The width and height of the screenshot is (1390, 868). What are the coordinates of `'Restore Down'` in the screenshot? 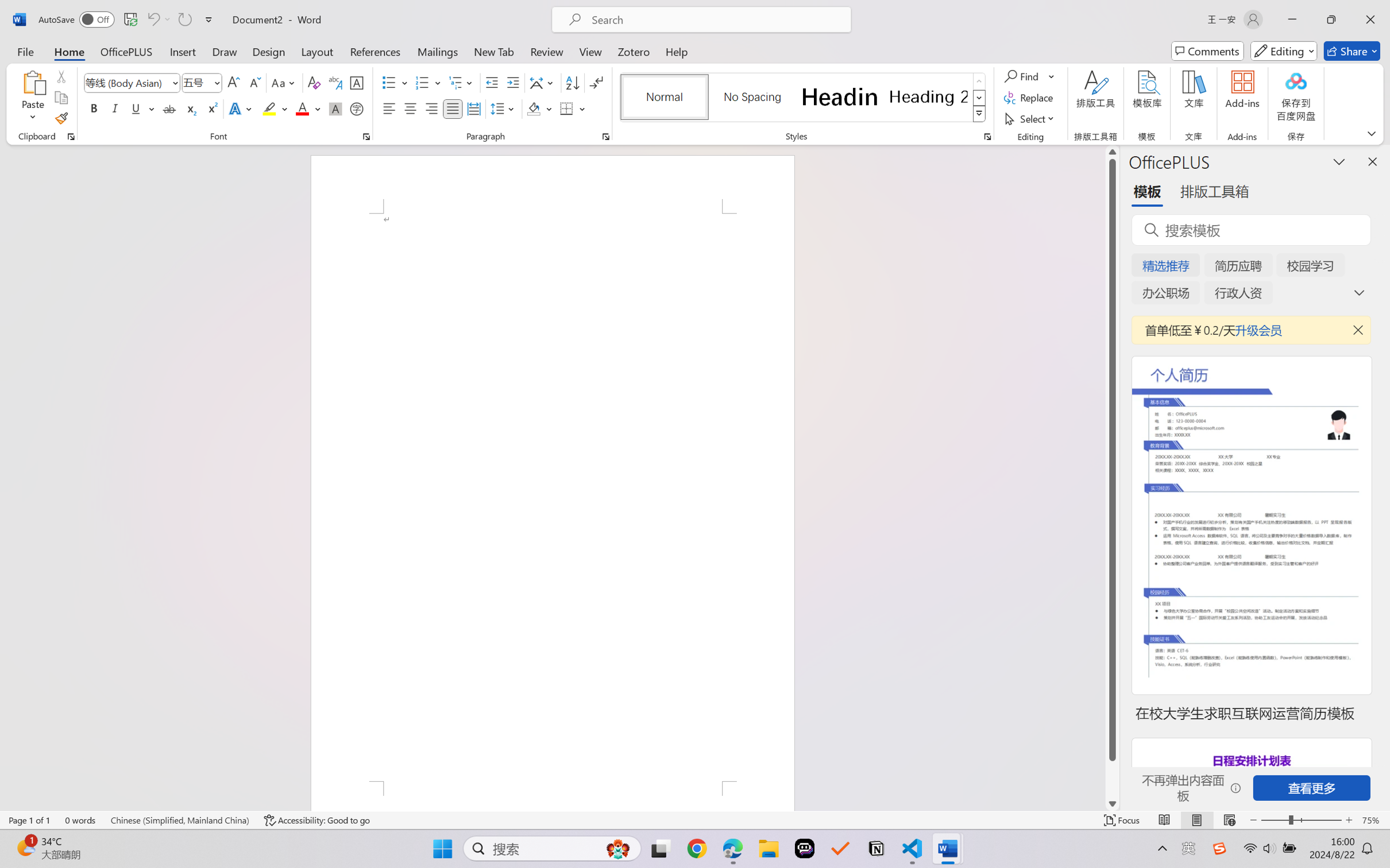 It's located at (1331, 19).